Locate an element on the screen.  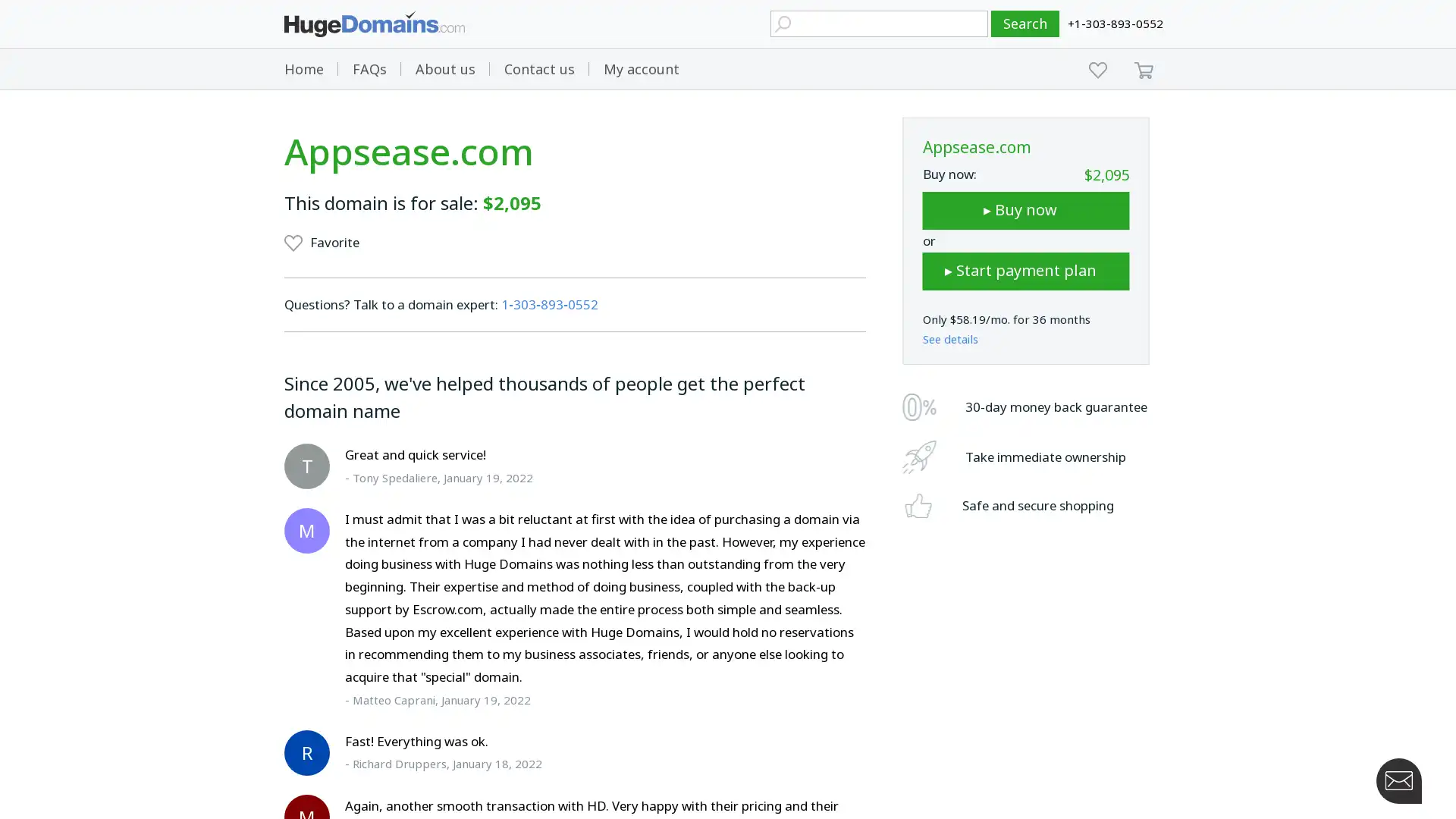
Search is located at coordinates (1025, 24).